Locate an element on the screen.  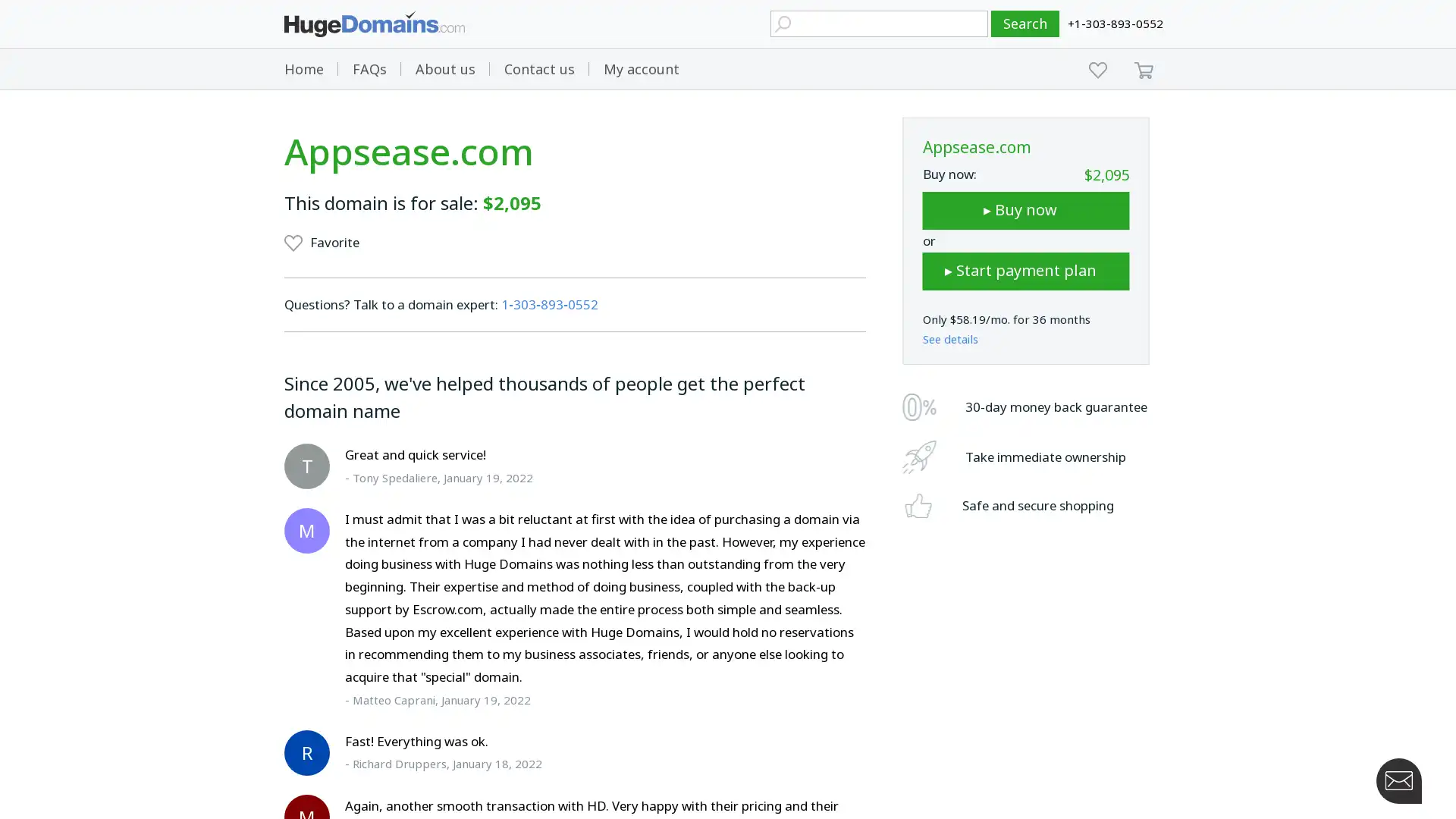
Search is located at coordinates (1025, 24).